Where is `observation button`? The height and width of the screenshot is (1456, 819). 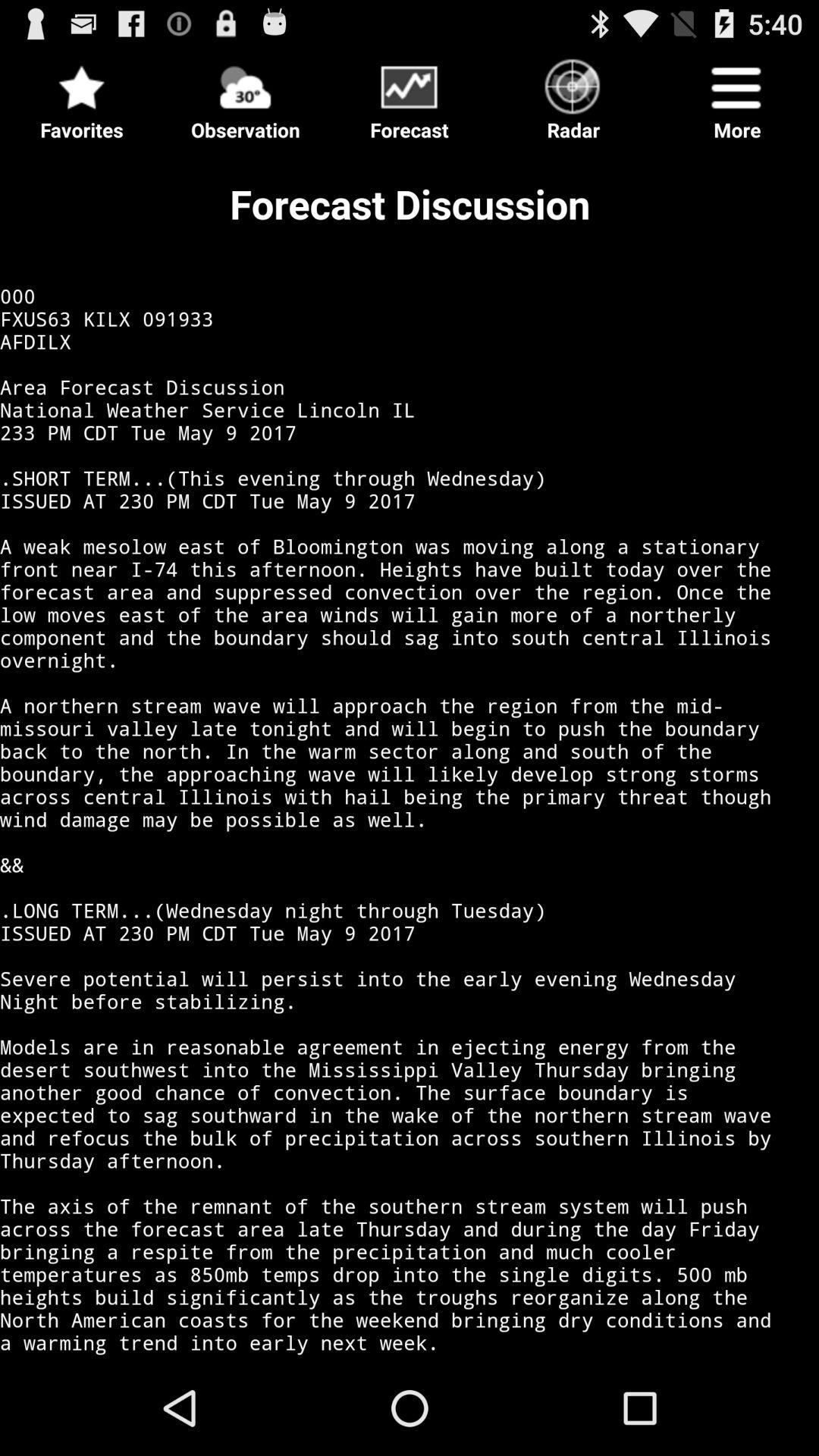
observation button is located at coordinates (245, 94).